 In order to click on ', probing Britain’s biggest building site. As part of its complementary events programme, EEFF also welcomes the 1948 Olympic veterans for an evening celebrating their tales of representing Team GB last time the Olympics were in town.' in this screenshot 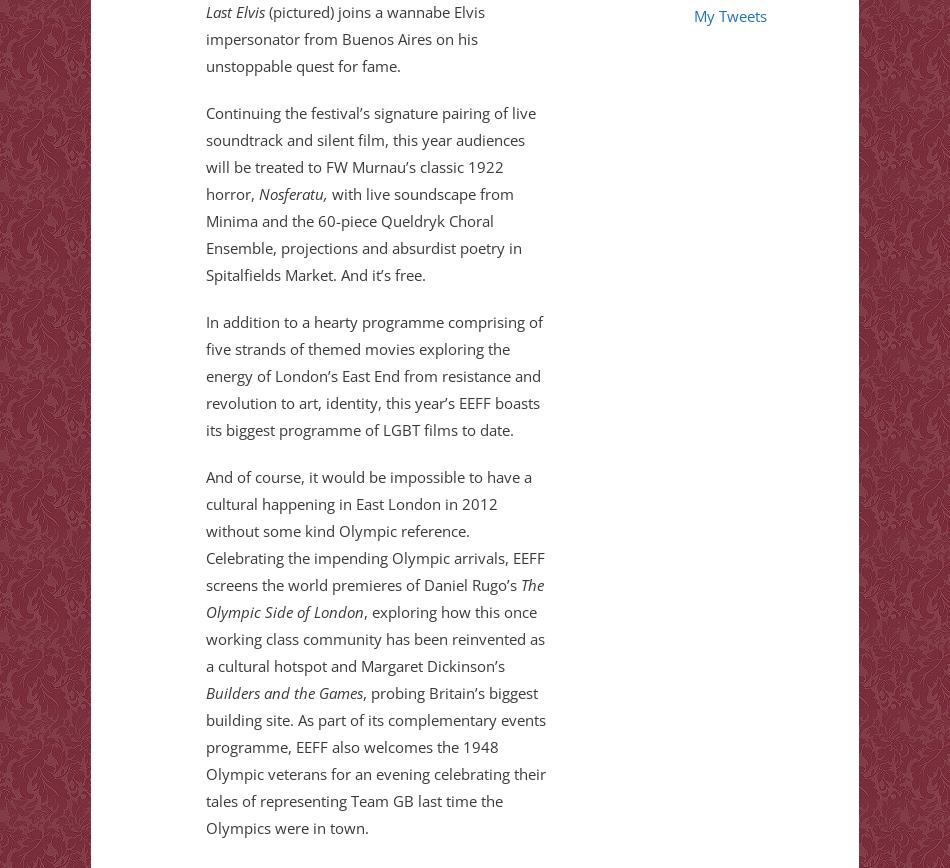, I will do `click(375, 760)`.